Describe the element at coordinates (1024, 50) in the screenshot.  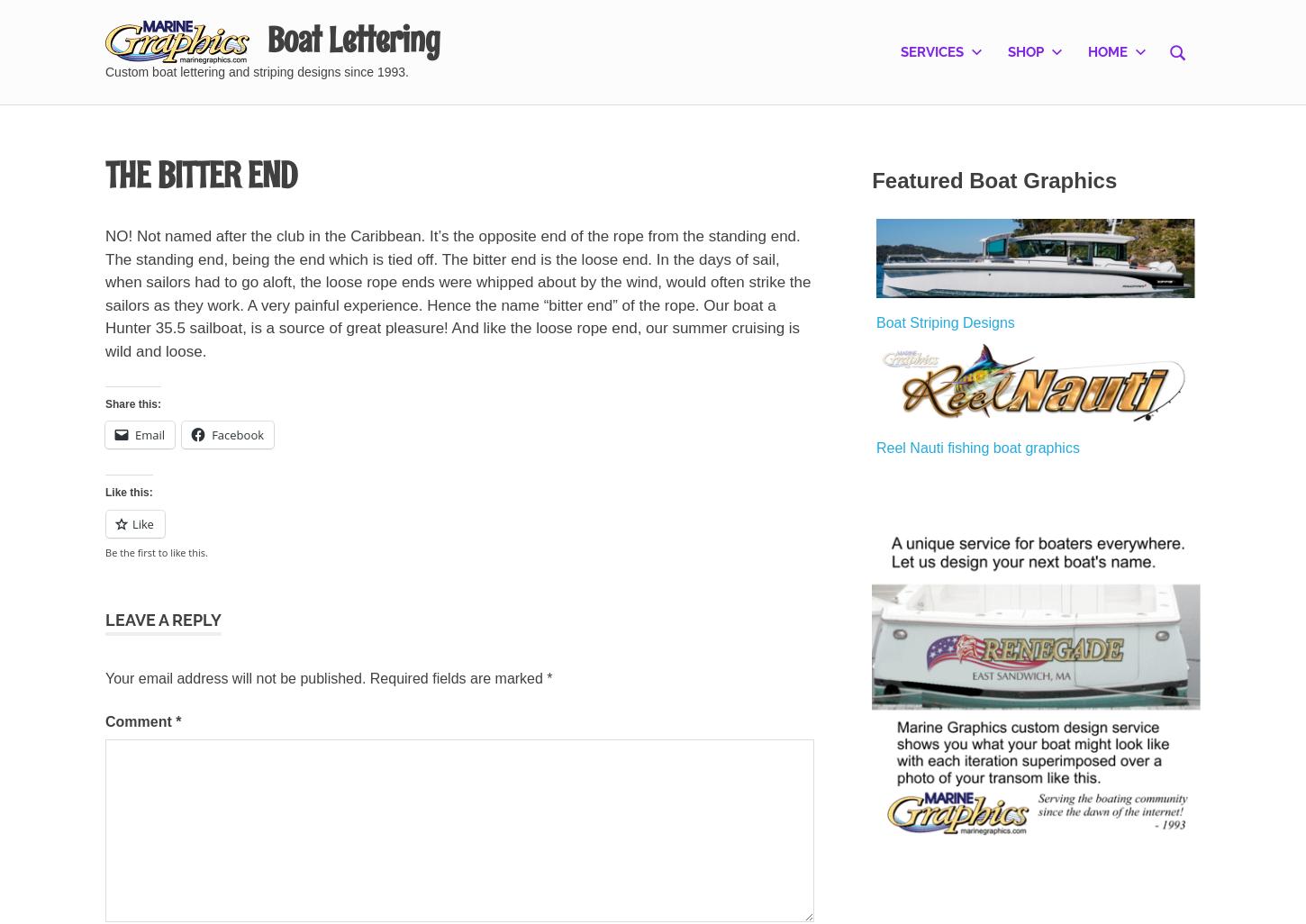
I see `'Shop'` at that location.